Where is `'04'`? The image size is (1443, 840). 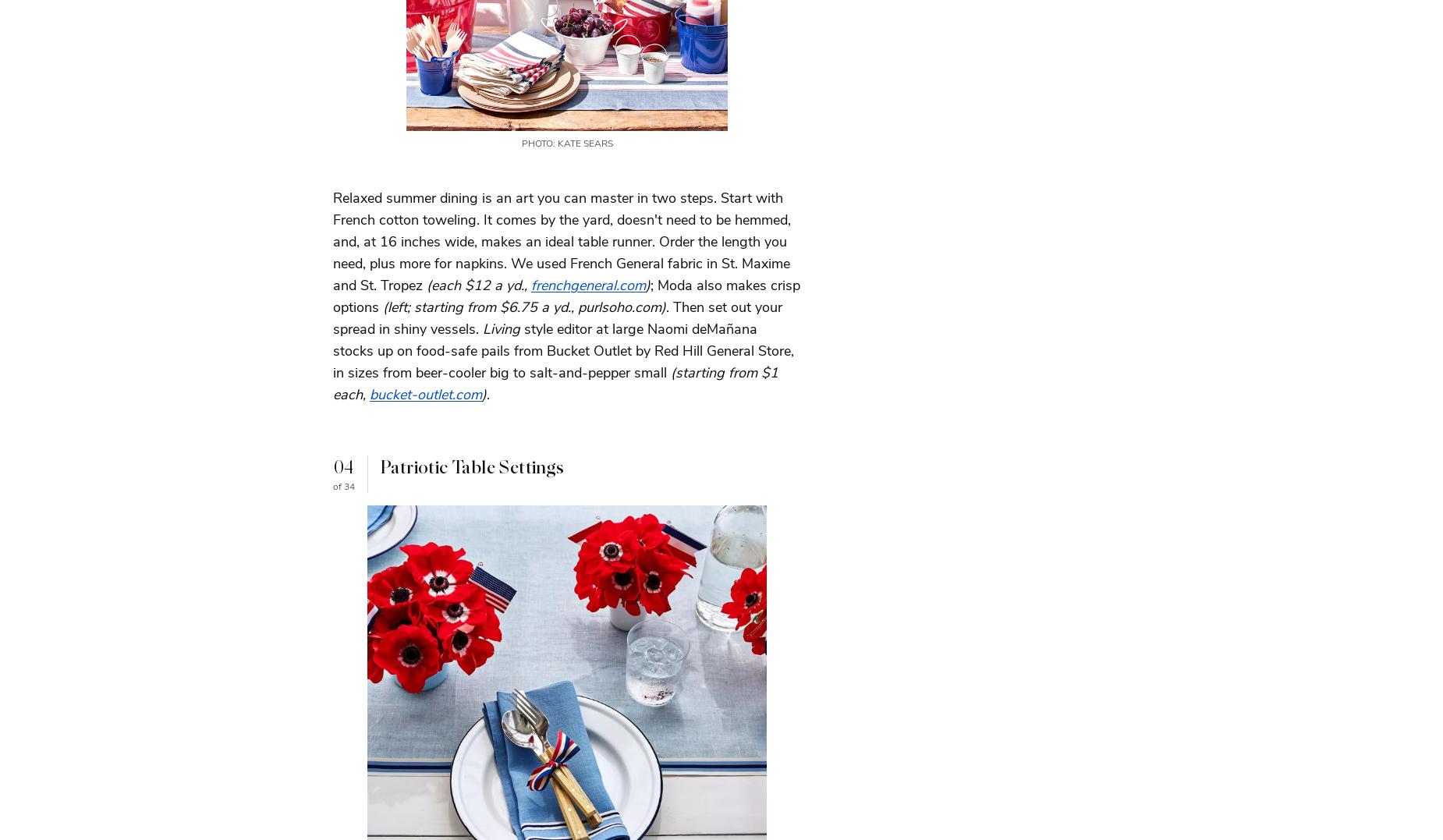 '04' is located at coordinates (333, 466).